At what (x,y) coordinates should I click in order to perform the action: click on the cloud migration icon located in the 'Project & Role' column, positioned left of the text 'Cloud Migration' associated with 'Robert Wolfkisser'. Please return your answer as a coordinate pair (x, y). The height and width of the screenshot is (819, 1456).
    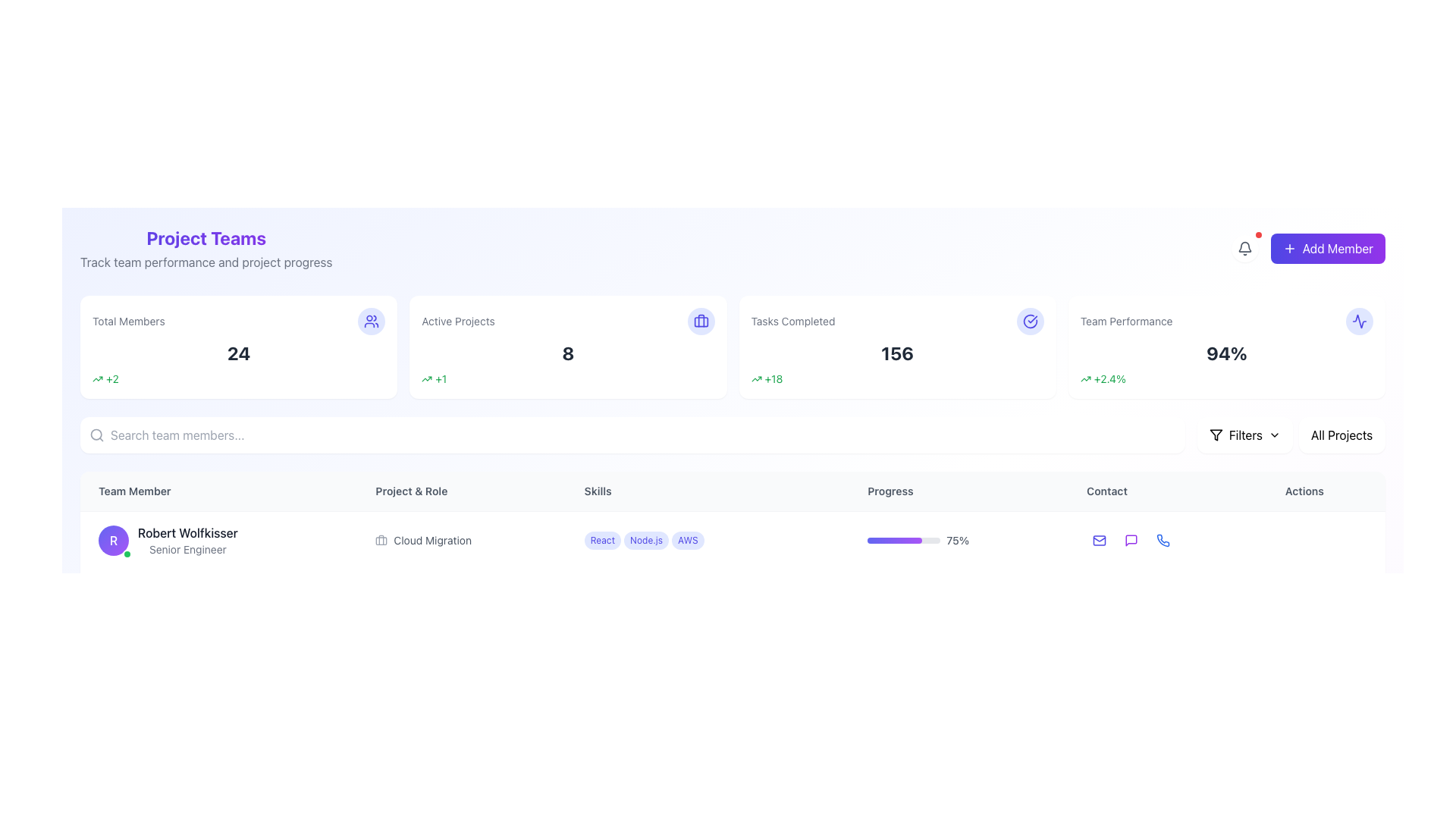
    Looking at the image, I should click on (381, 540).